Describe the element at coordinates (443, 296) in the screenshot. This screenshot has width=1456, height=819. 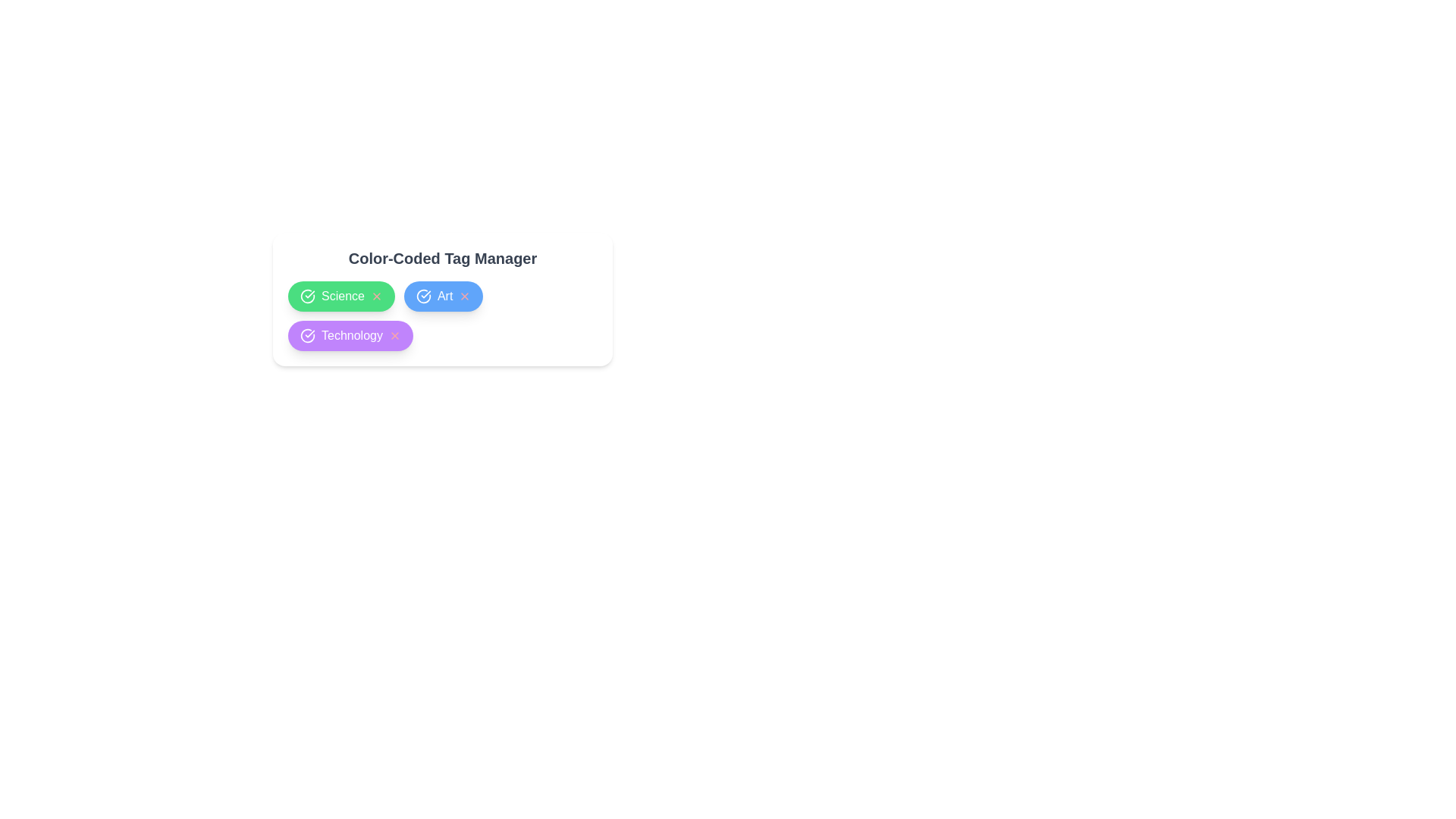
I see `the tag Art to see the hover effect` at that location.